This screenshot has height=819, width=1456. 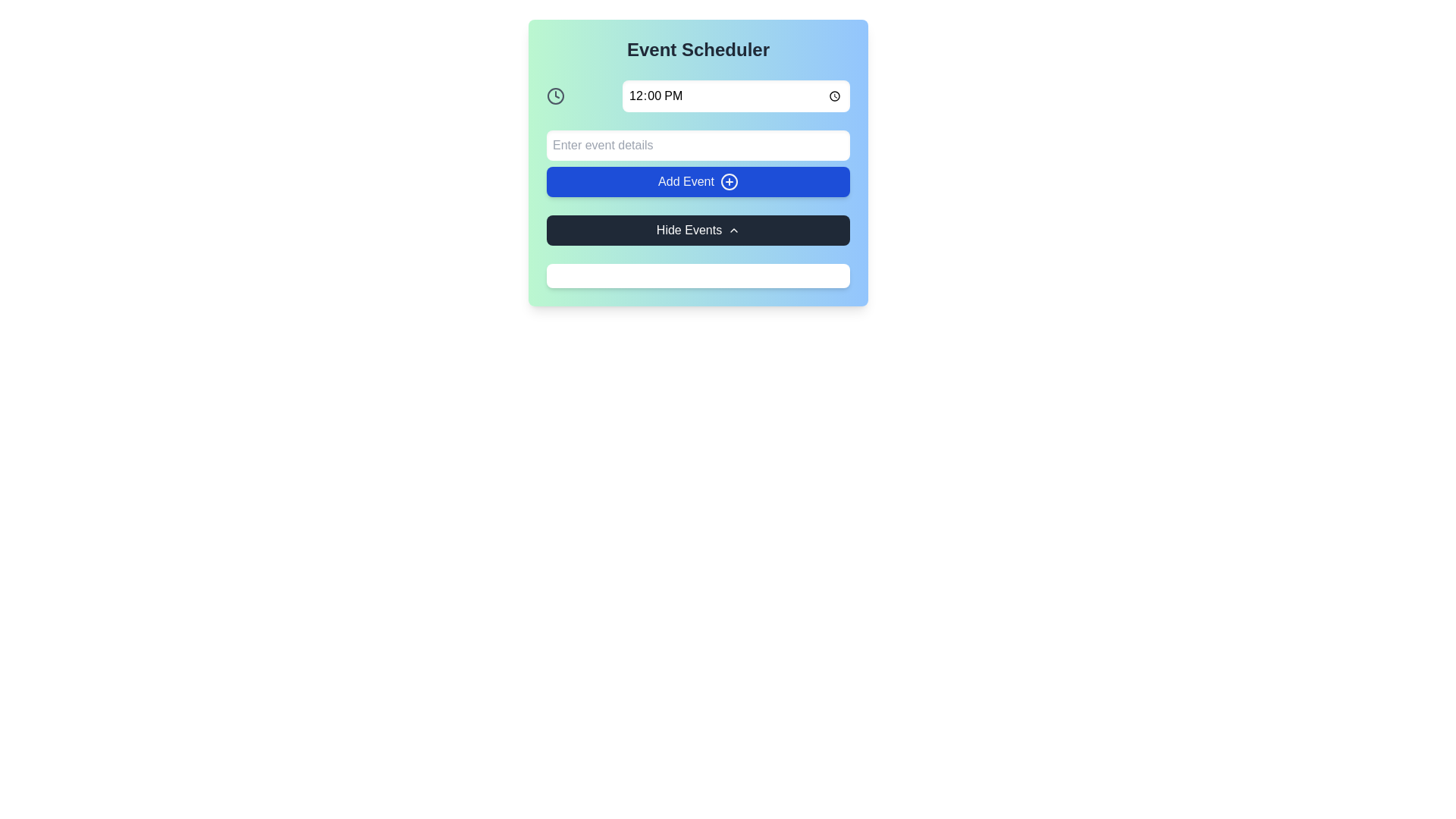 I want to click on the circular outline of the clock icon located at the top-left corner of the 'Event Scheduler' interface, which defines the outer boundary of the clock's face, so click(x=555, y=96).